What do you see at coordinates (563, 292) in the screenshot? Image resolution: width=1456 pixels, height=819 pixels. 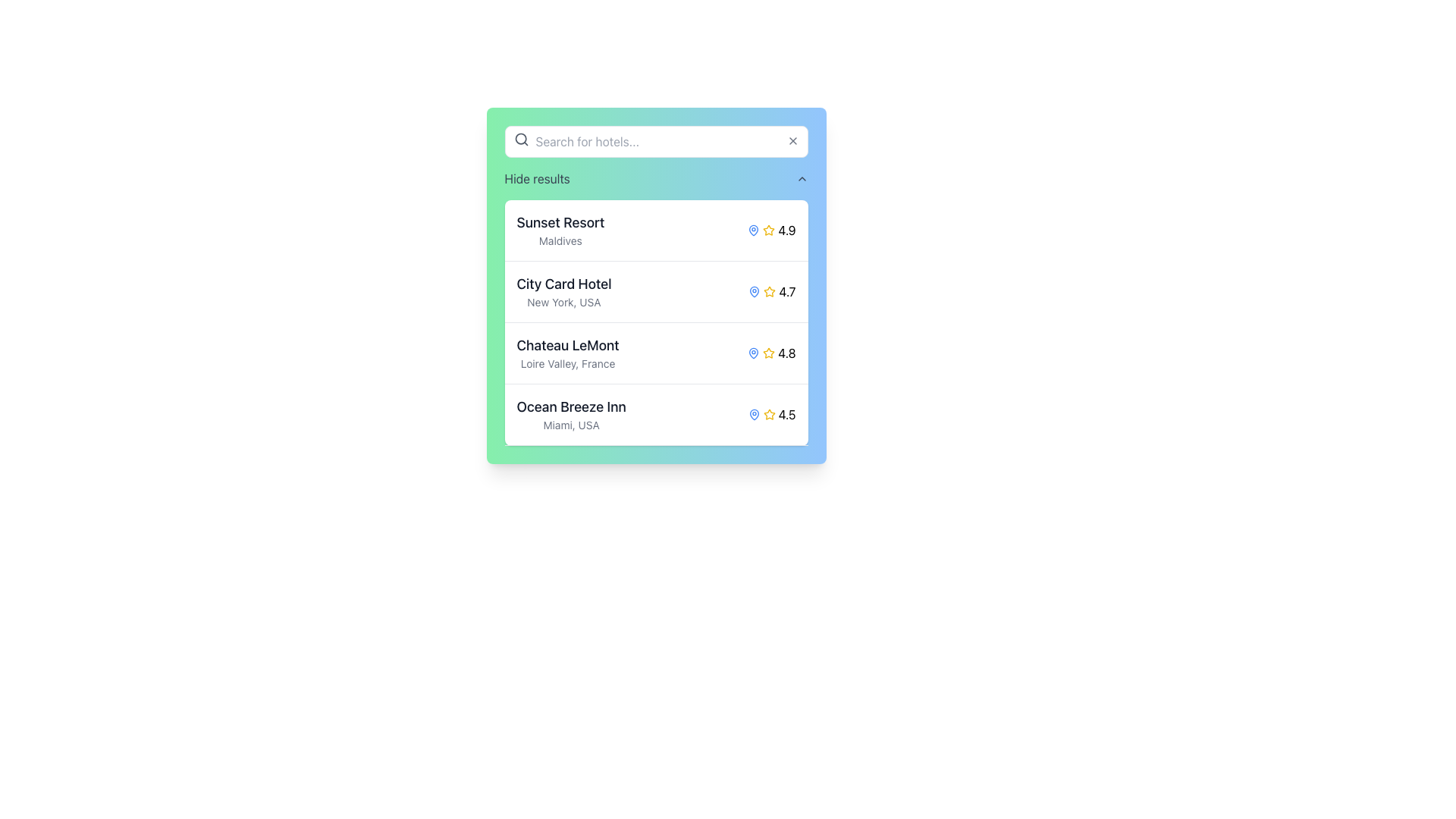 I see `the text element displaying 'City Card Hotel' in bold, black font` at bounding box center [563, 292].